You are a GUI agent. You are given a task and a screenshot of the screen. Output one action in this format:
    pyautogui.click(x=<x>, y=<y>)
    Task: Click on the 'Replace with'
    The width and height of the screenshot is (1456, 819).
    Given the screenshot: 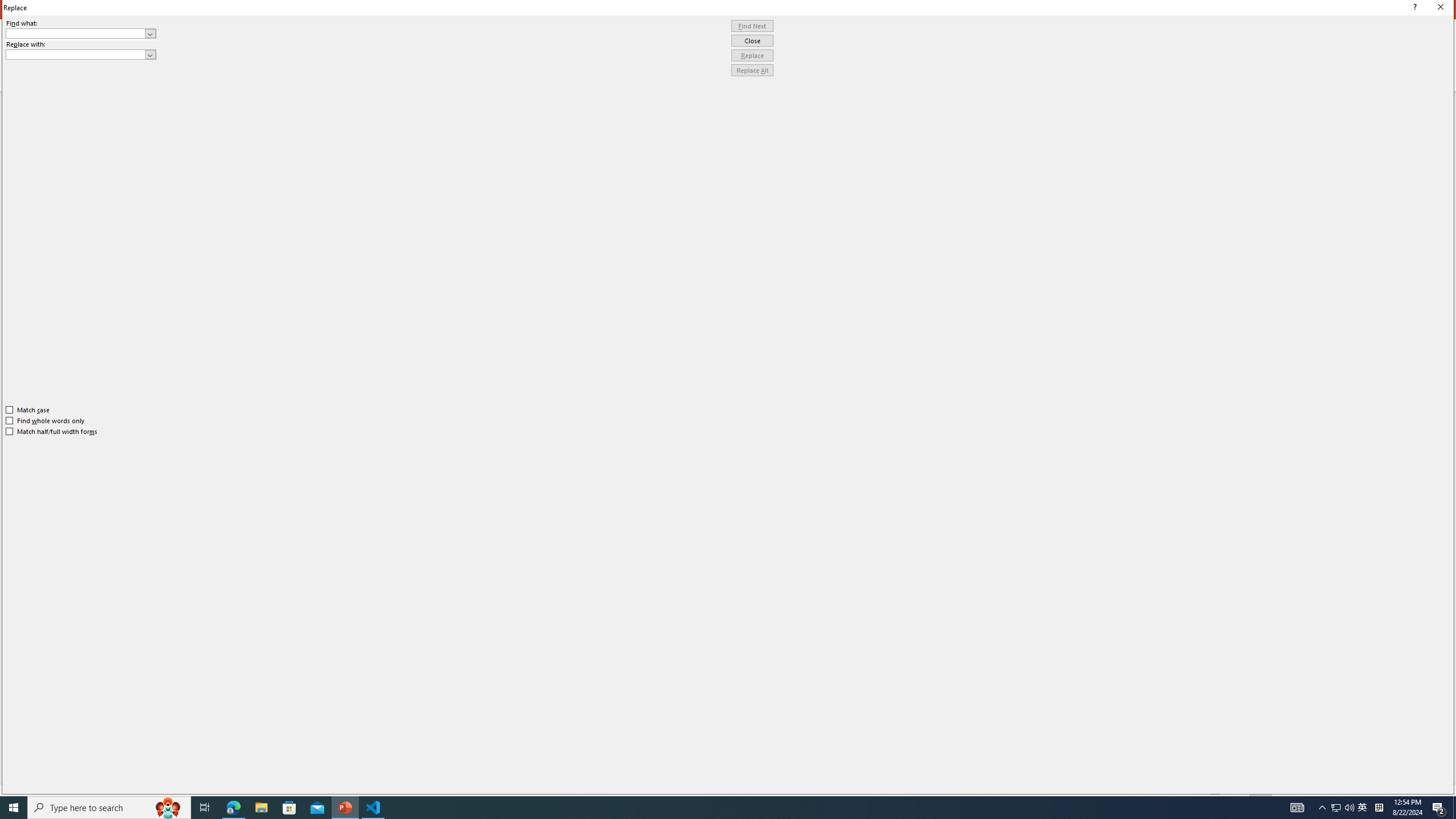 What is the action you would take?
    pyautogui.click(x=76, y=54)
    